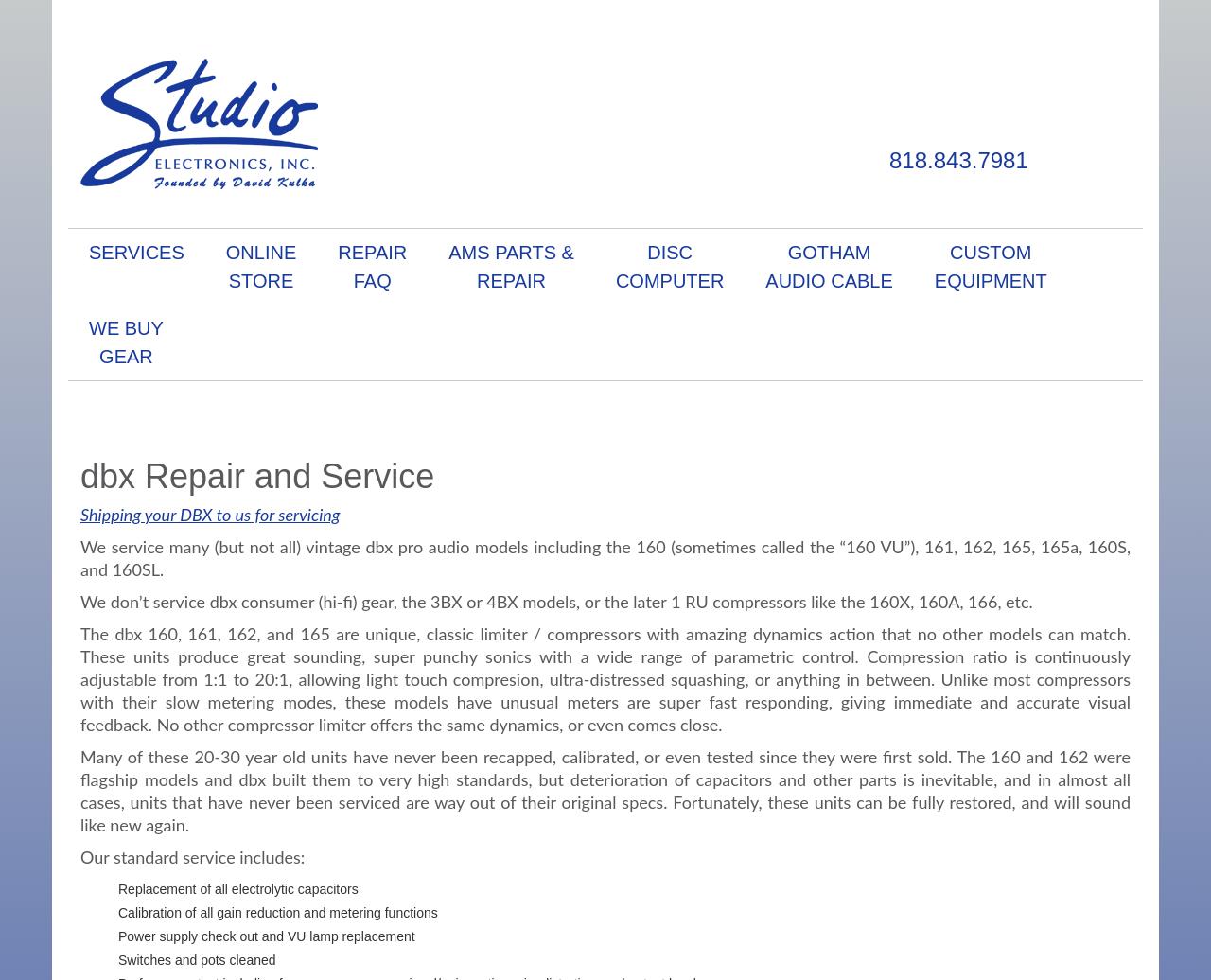 The width and height of the screenshot is (1211, 980). I want to click on 'Gotham', so click(829, 252).